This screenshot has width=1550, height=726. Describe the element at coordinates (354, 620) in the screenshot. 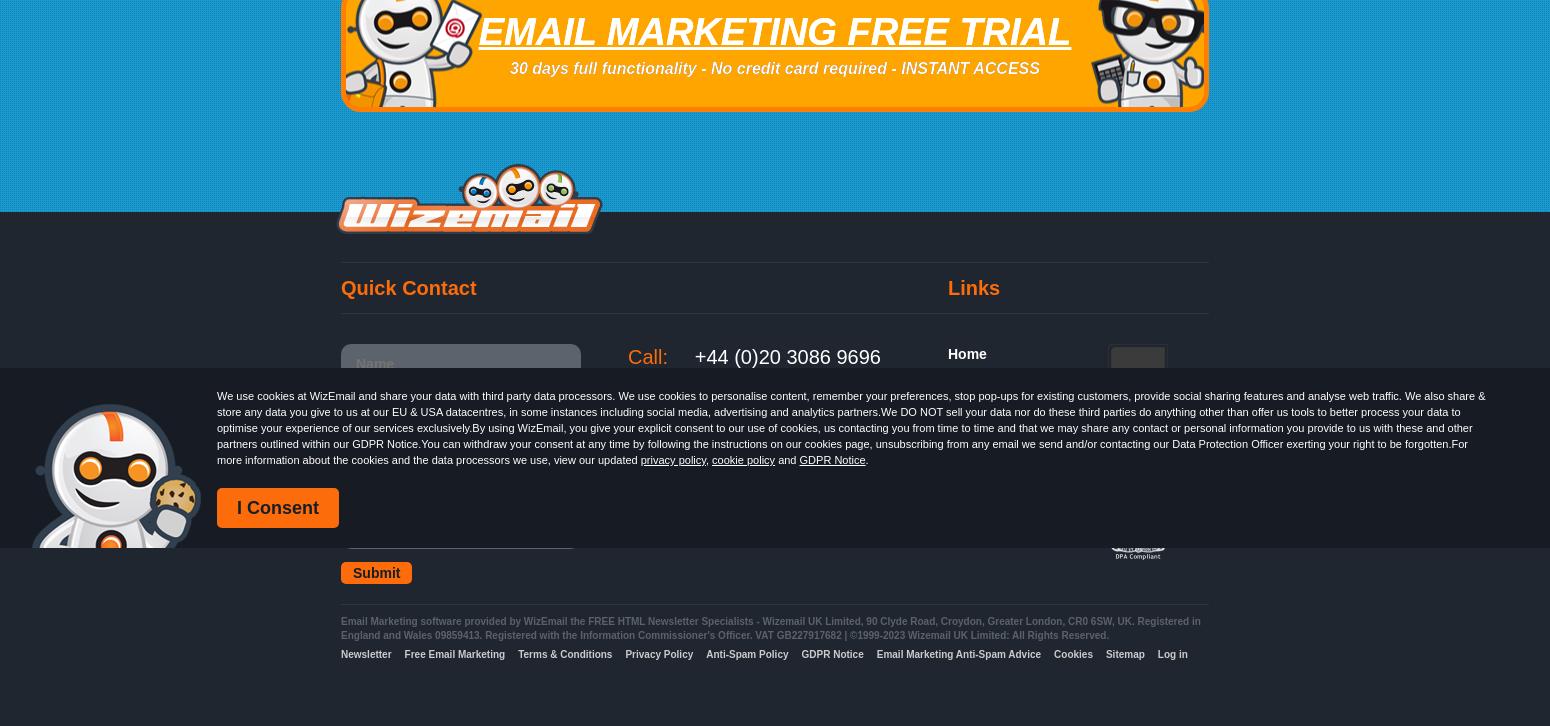

I see `'Email'` at that location.